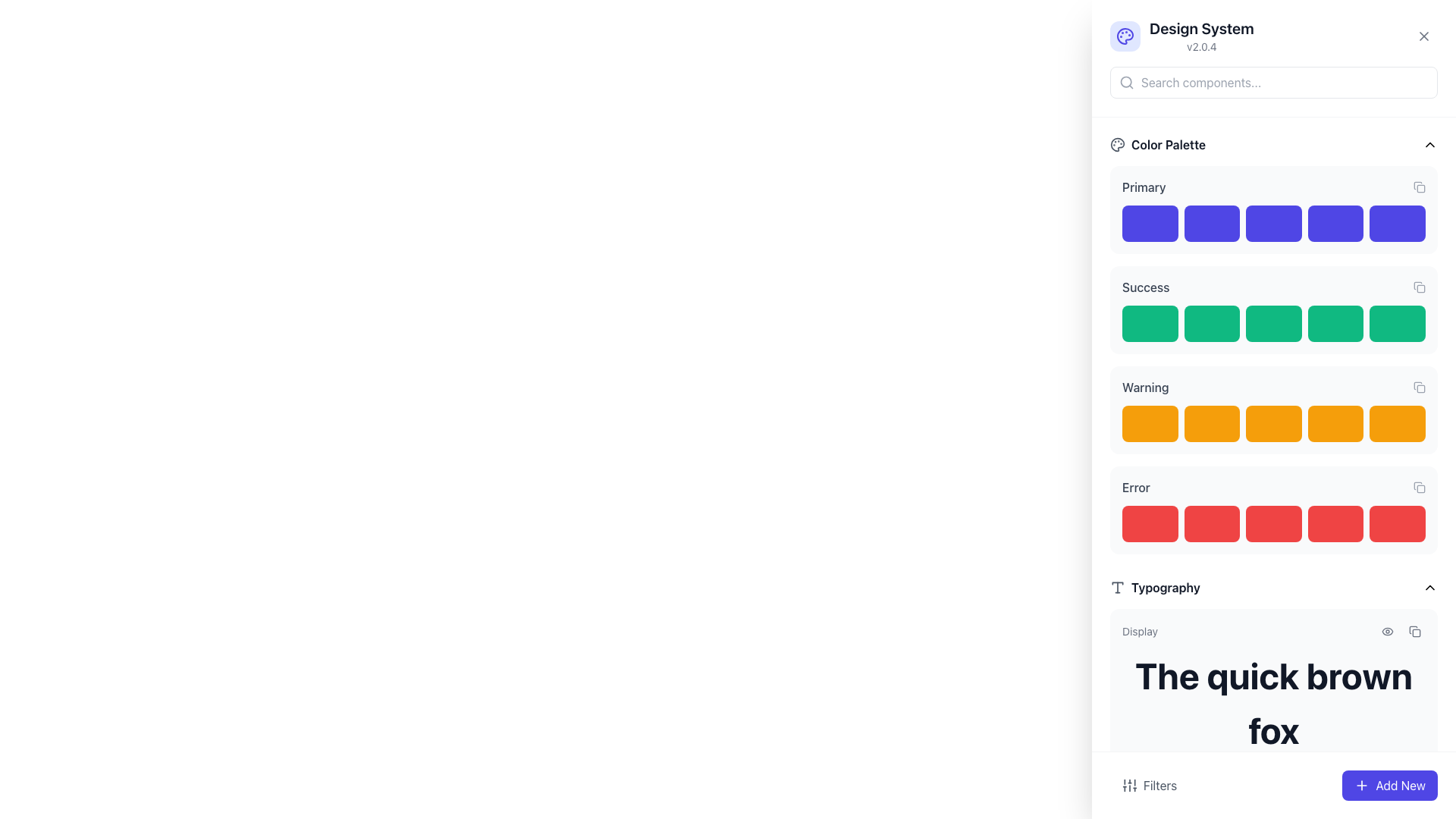 Image resolution: width=1456 pixels, height=819 pixels. I want to click on the content associated with the Text Label located in the typography section, indicated by the typographic T icon, positioned in the lower part of the interface, so click(1165, 587).